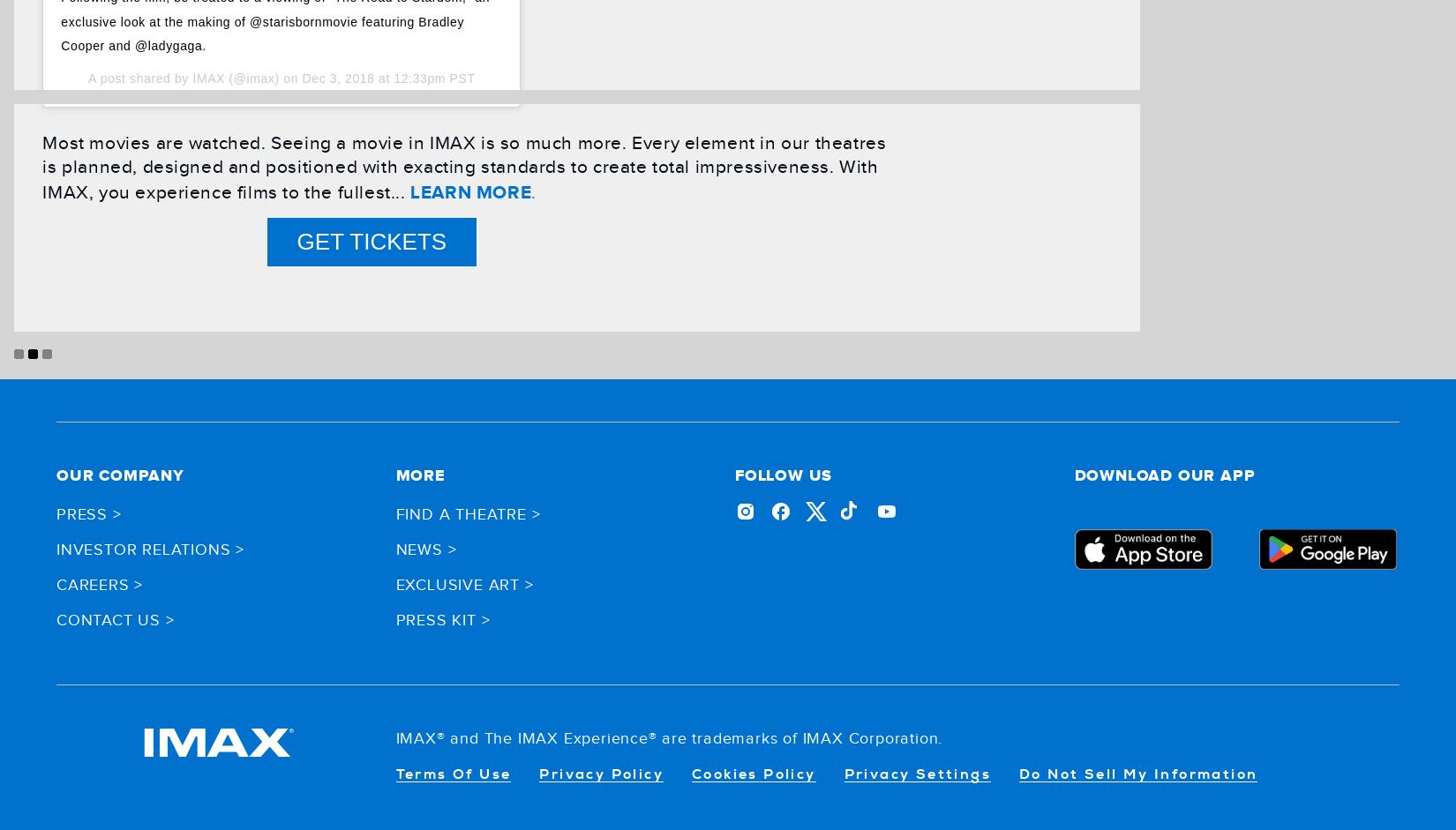 The height and width of the screenshot is (830, 1456). Describe the element at coordinates (917, 774) in the screenshot. I see `'Privacy Settings'` at that location.